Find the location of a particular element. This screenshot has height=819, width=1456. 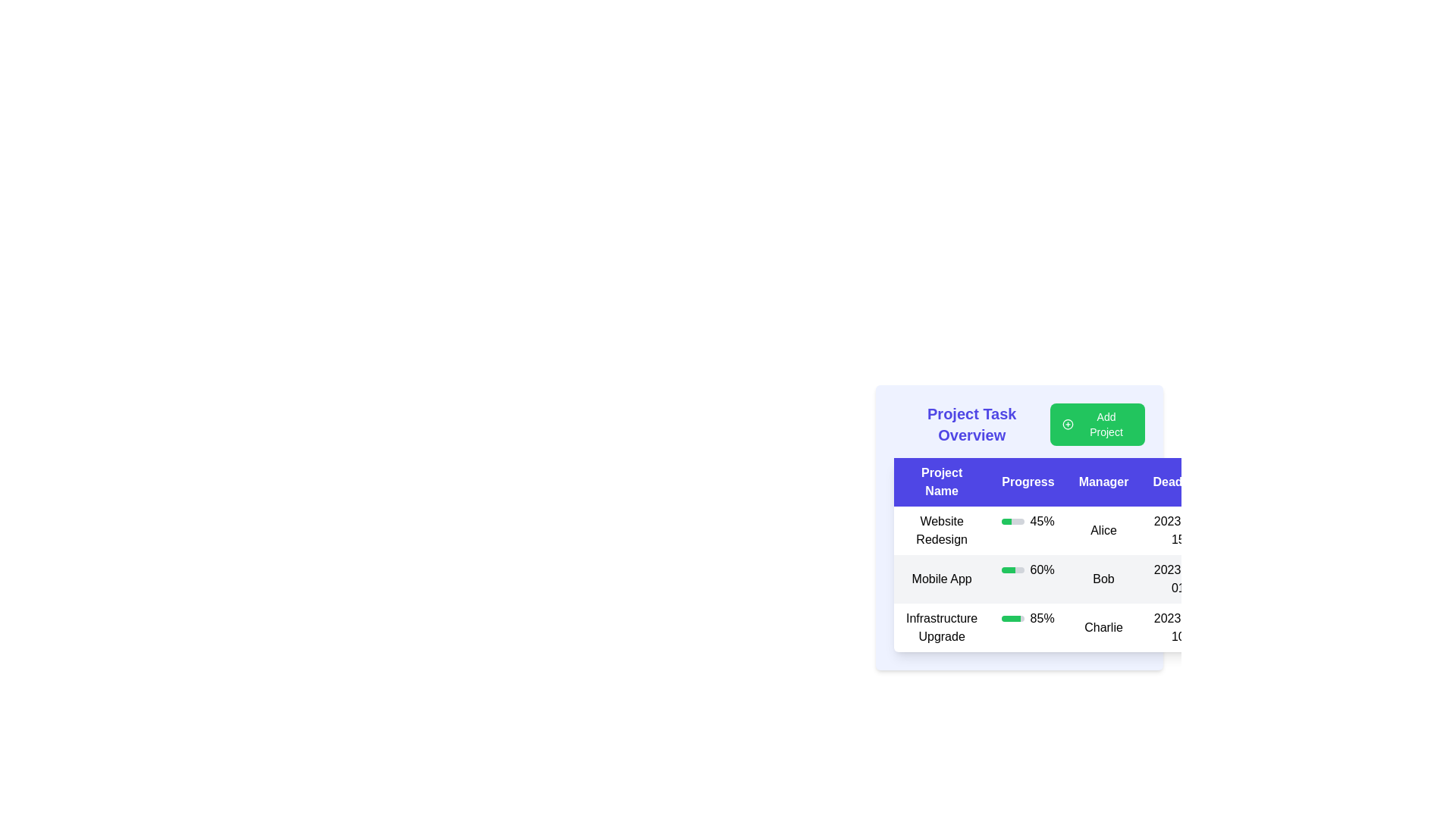

the Text Label column header in the table that indicates project names, located at the top-left corner of the header row is located at coordinates (941, 482).